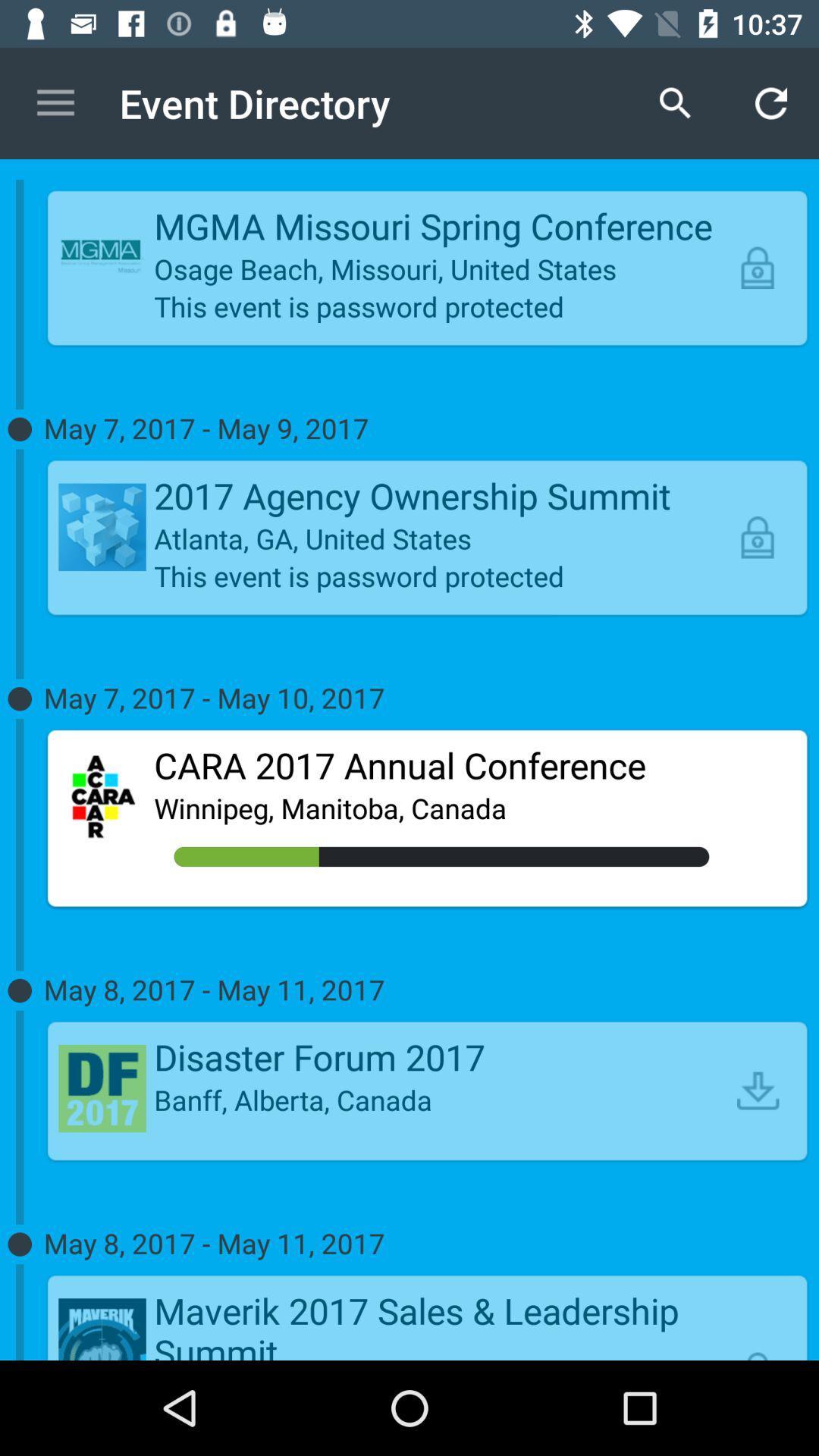 This screenshot has height=1456, width=819. I want to click on disaster forum 2017 icon, so click(441, 1056).